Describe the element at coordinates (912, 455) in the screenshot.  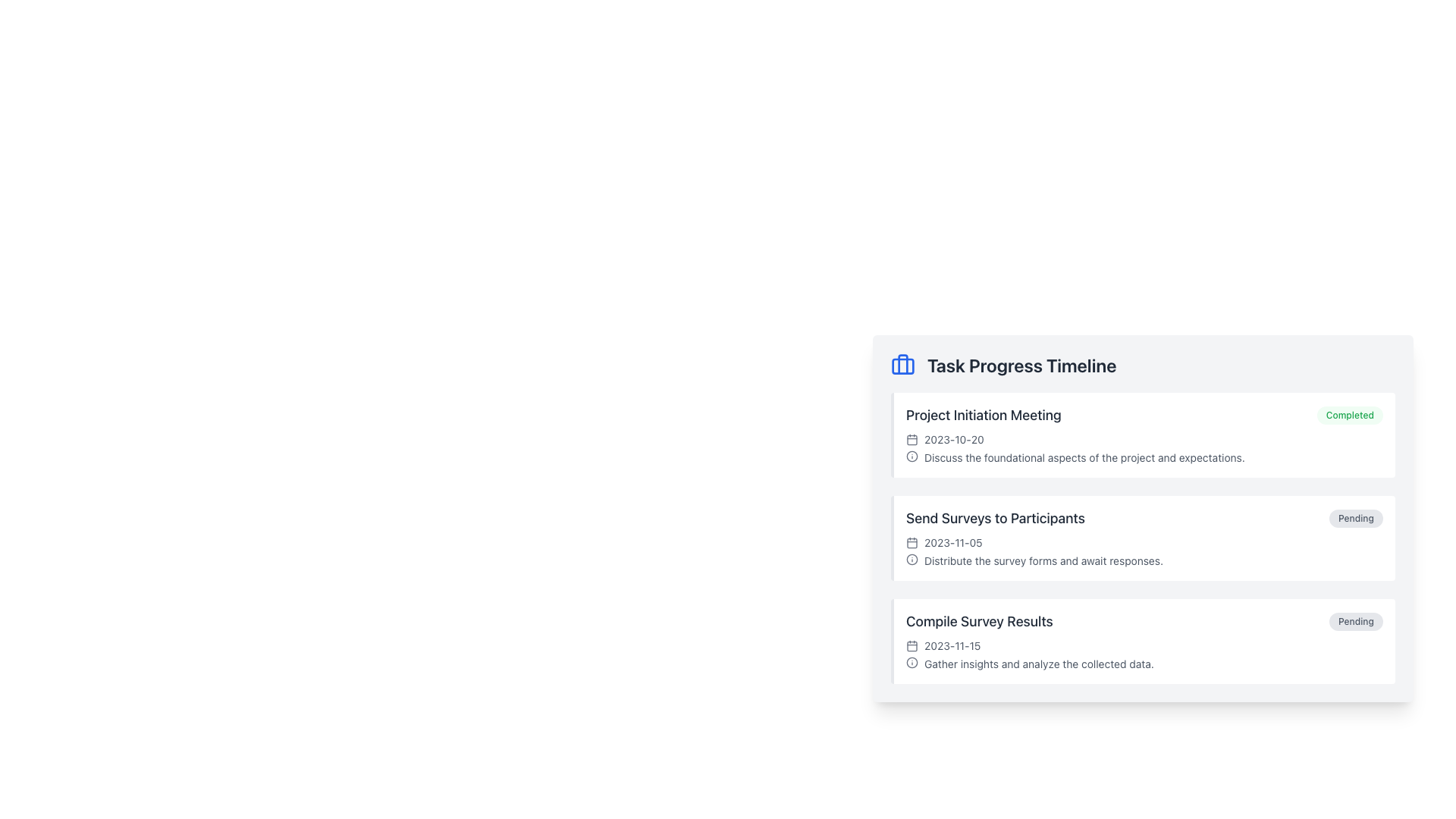
I see `the information icon, which is a gray-toned circle with an 'i' in the center, located at the beginning of the text in the 'Project Initiation Meeting' section of the 'Task Progress Timeline' widget` at that location.